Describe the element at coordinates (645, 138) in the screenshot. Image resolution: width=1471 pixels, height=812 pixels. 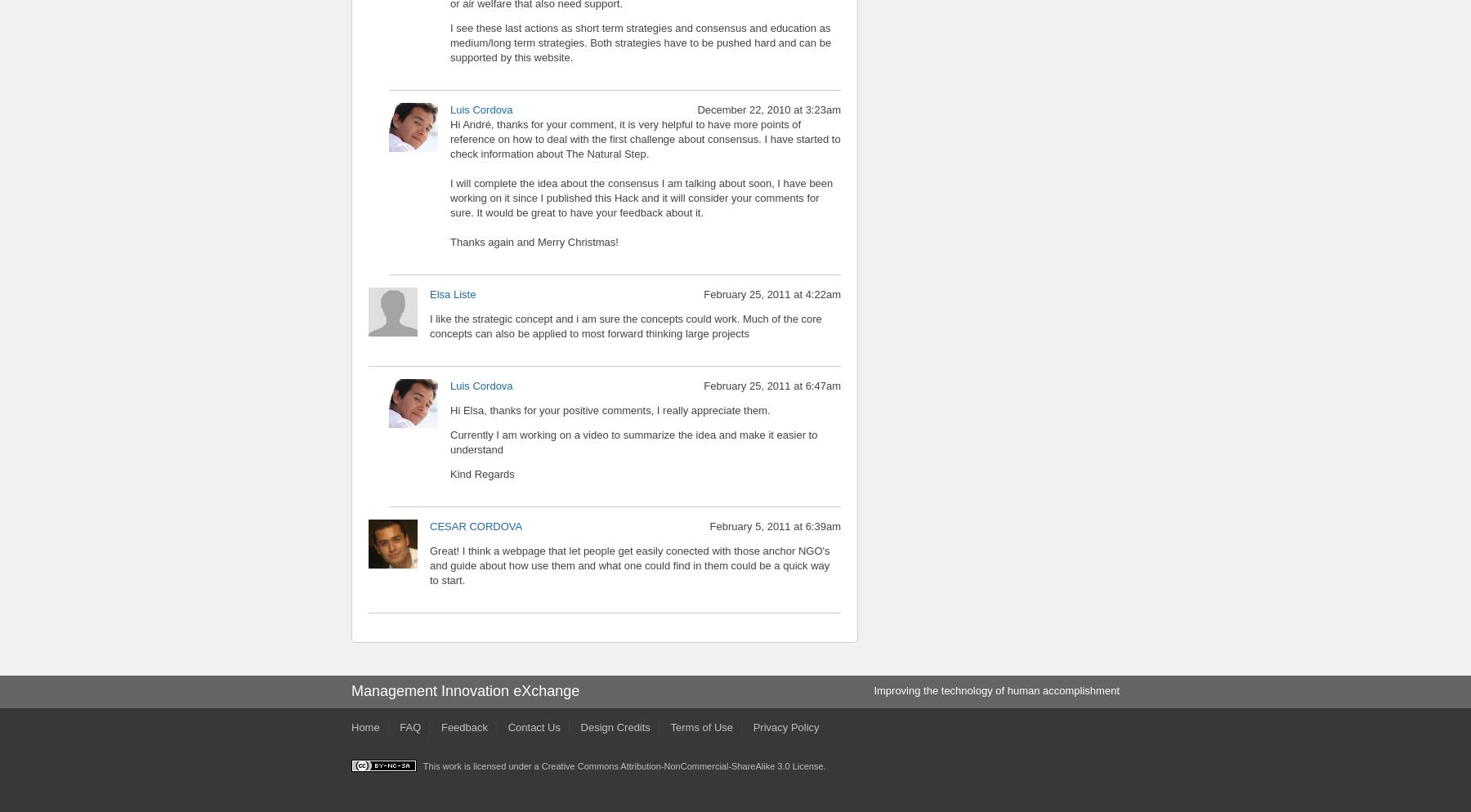
I see `'Hi André, thanks for your comment, it is very helpful to have more points of reference on how to deal with the first challenge about consensus. I have started to check information about The Natural Step.'` at that location.